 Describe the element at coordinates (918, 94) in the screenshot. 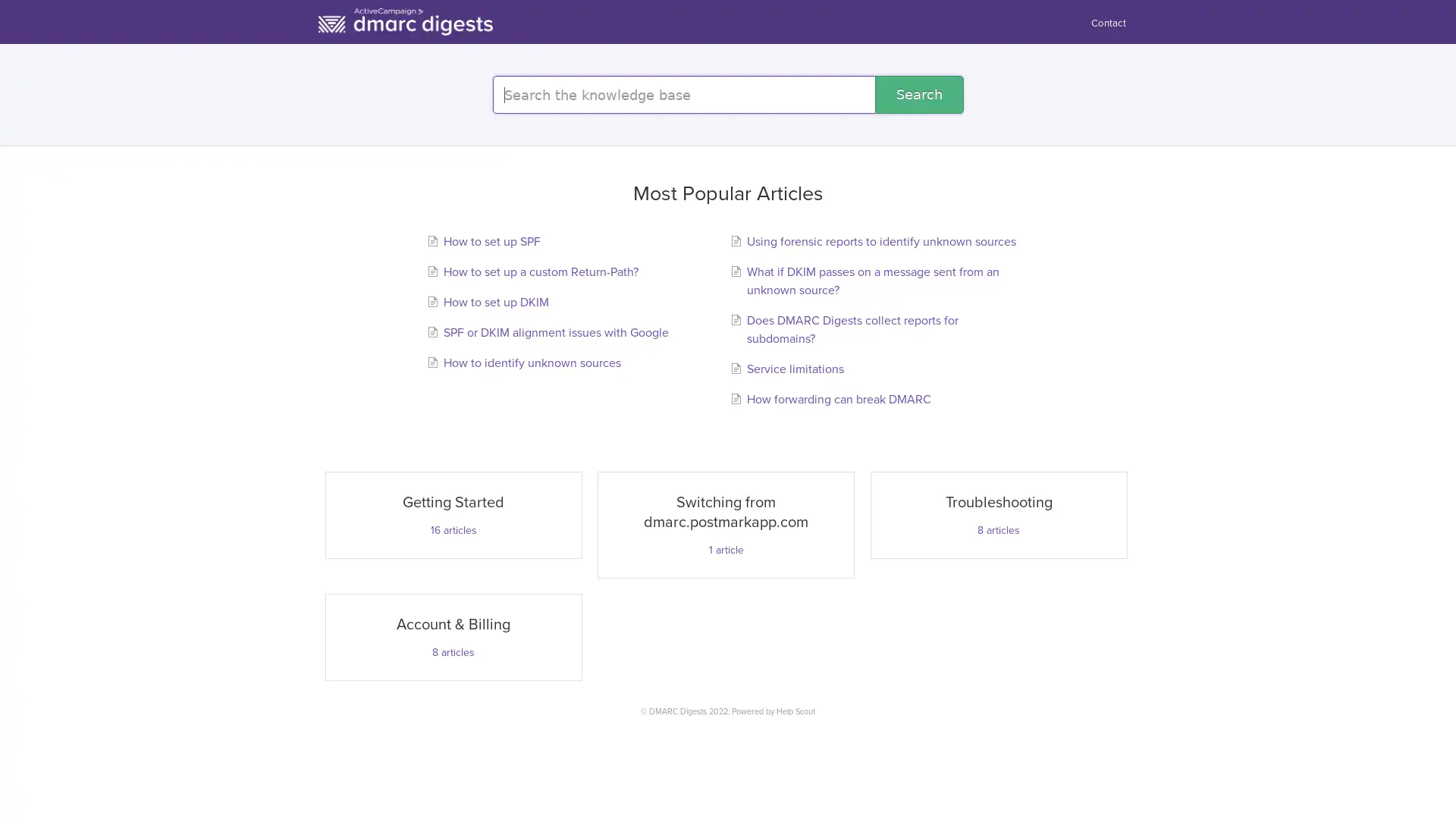

I see `Search` at that location.